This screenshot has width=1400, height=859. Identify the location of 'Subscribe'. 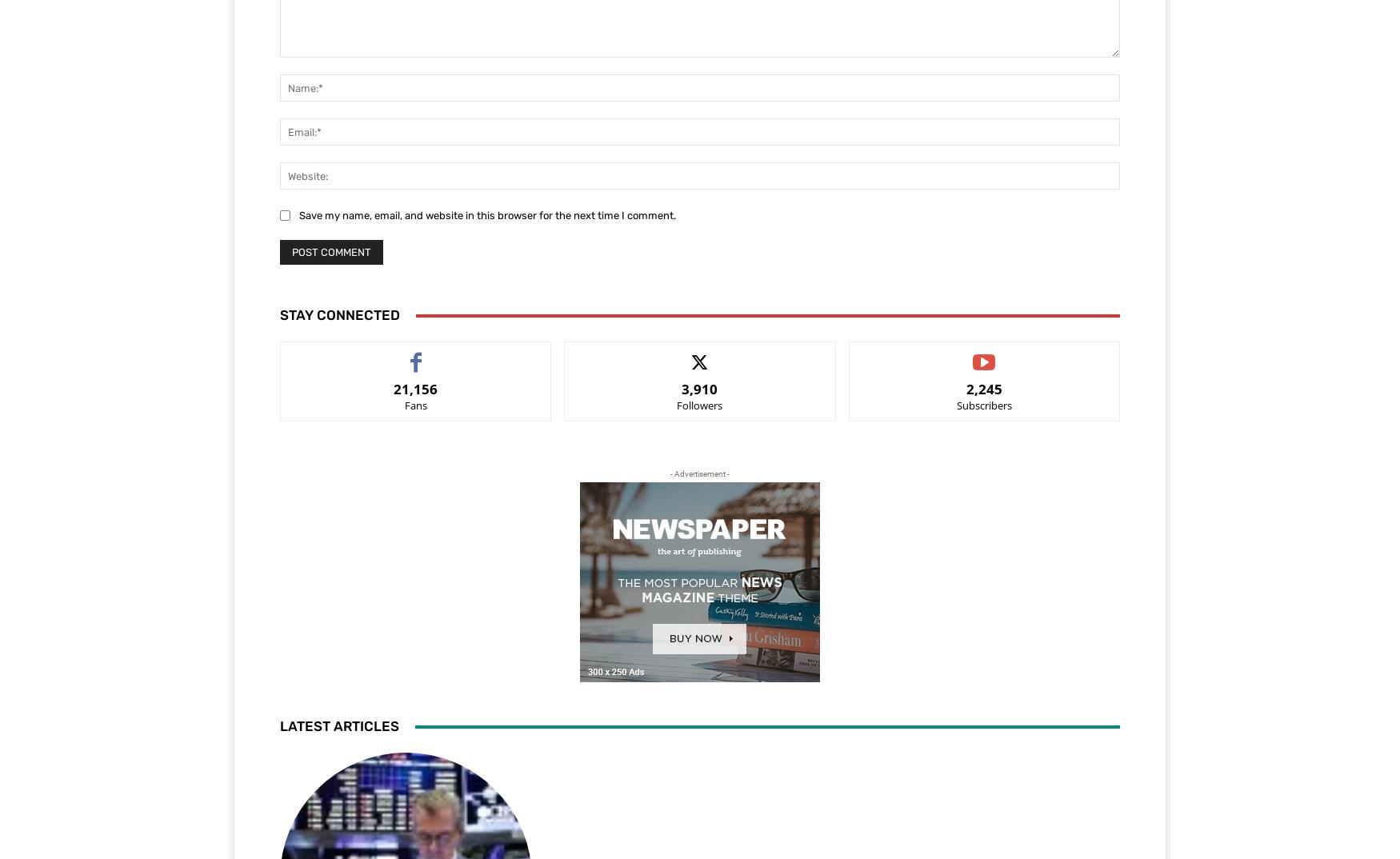
(961, 353).